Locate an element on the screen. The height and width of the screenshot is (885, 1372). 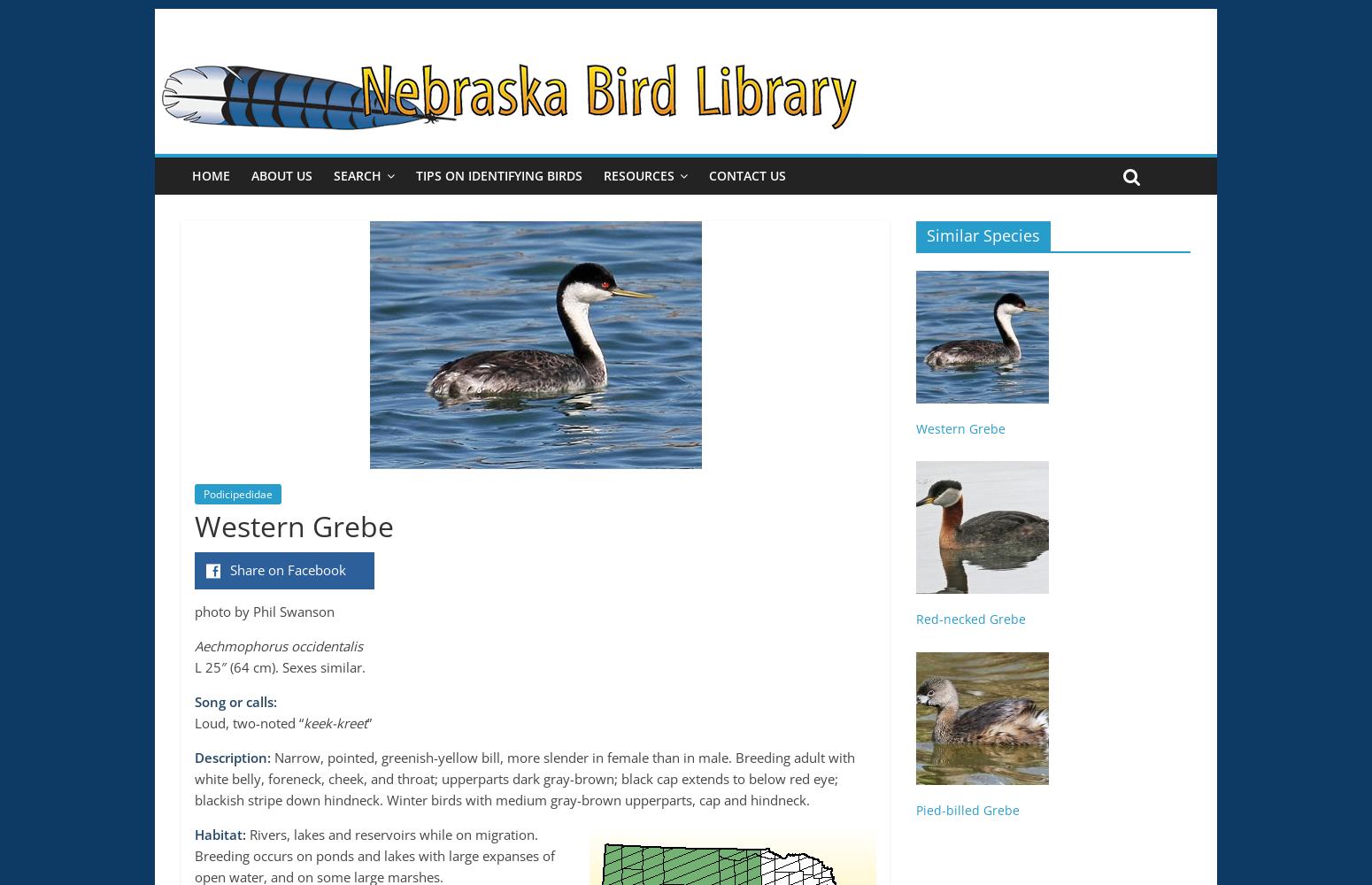
'Narrow, pointed, greenish-yellow bill, more slender in female than in male. Breeding adult with white belly, foreneck, cheek, and throat; upperparts dark gray-brown; black cap extends to below red eye; blackish stripe down hindneck. Winter birds with medium gray-brown upperparts, cap and hindneck.' is located at coordinates (525, 779).